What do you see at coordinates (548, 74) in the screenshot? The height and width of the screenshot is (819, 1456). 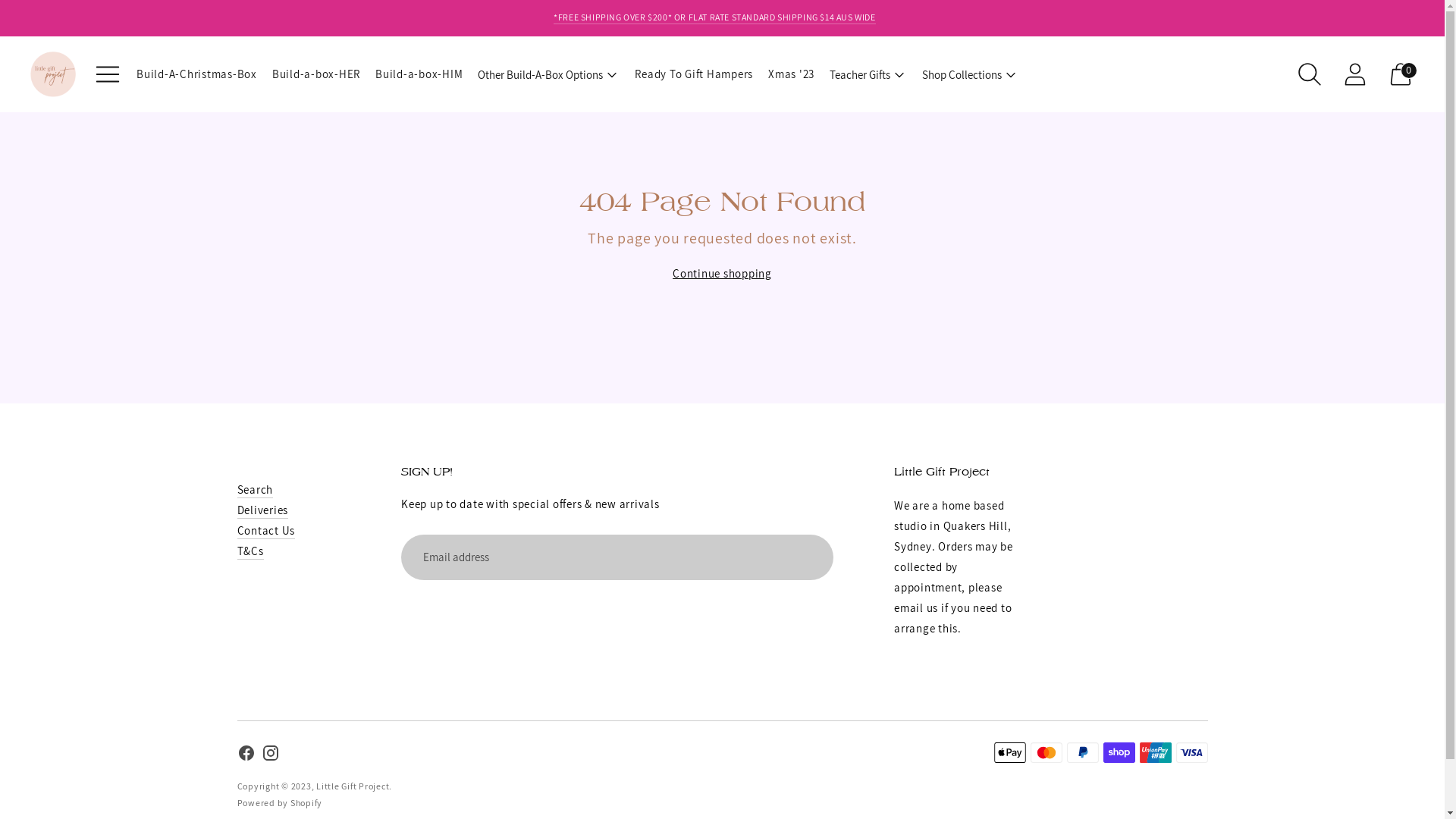 I see `'Other Build-A-Box Options'` at bounding box center [548, 74].